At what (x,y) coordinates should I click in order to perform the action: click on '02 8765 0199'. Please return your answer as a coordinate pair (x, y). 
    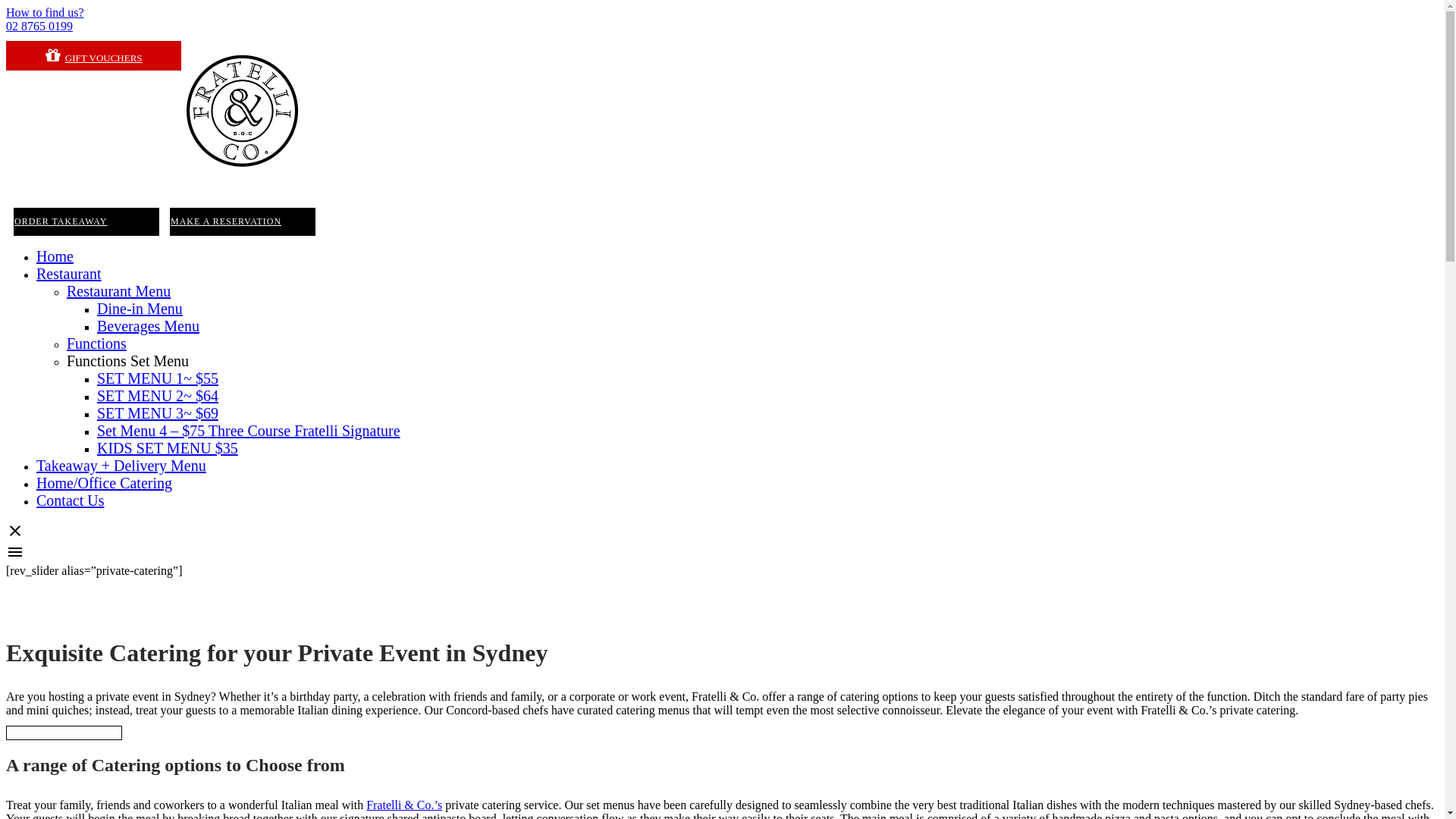
    Looking at the image, I should click on (39, 26).